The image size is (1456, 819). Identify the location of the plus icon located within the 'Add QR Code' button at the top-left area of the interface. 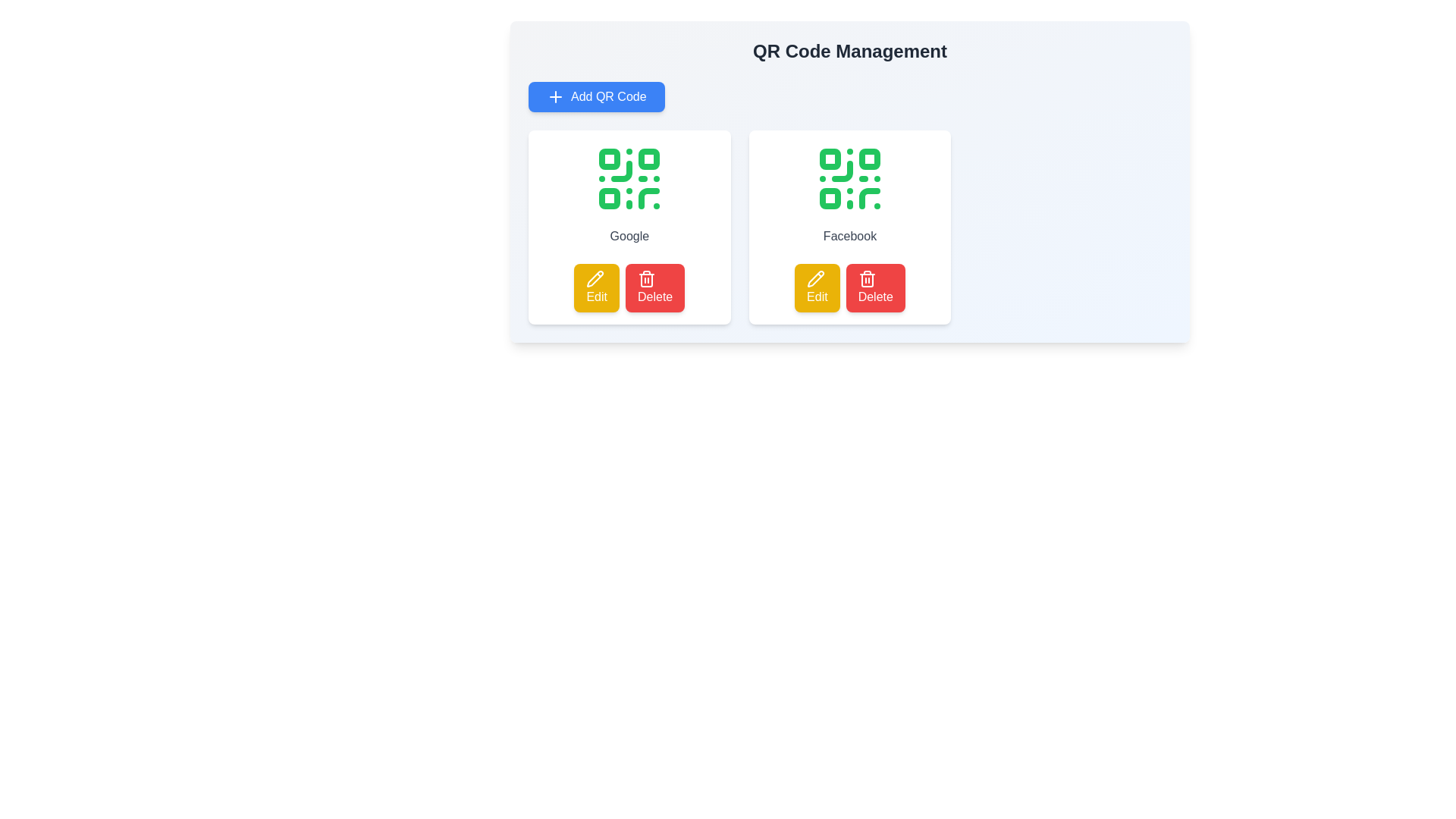
(555, 96).